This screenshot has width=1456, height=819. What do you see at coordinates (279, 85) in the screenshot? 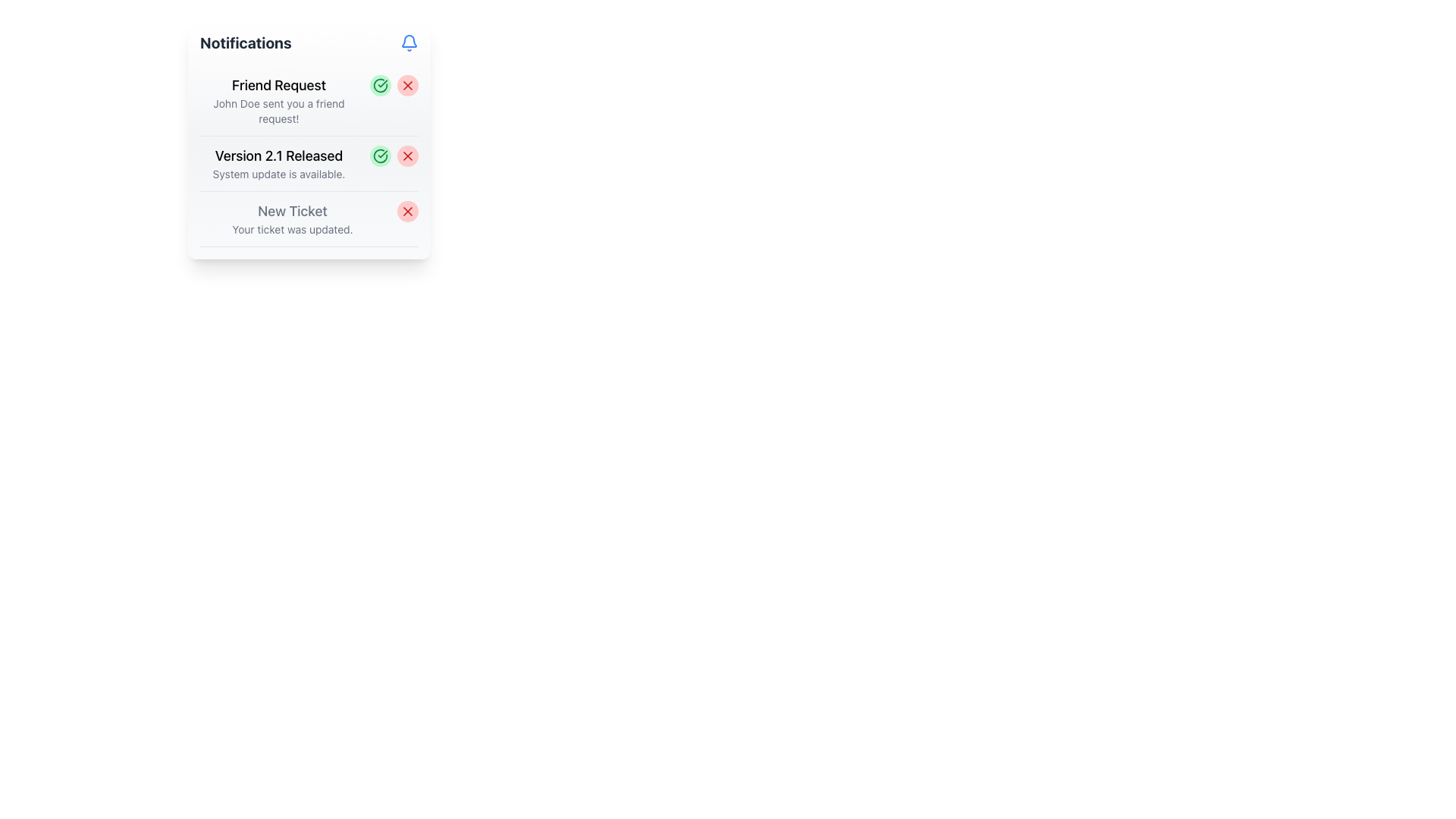
I see `the bold title 'Friend Request' to highlight it` at bounding box center [279, 85].